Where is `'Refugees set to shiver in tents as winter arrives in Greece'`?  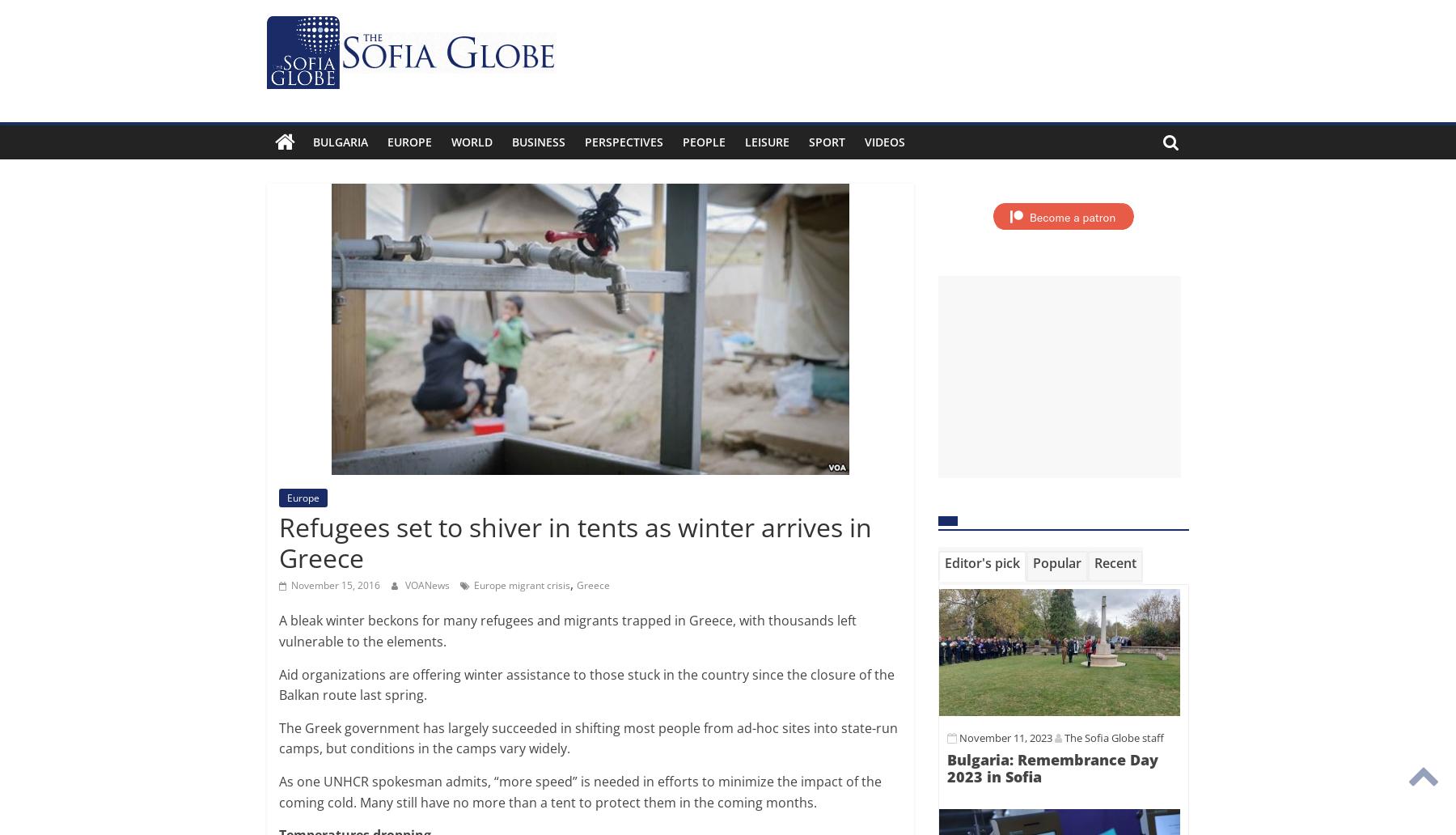
'Refugees set to shiver in tents as winter arrives in Greece' is located at coordinates (574, 540).